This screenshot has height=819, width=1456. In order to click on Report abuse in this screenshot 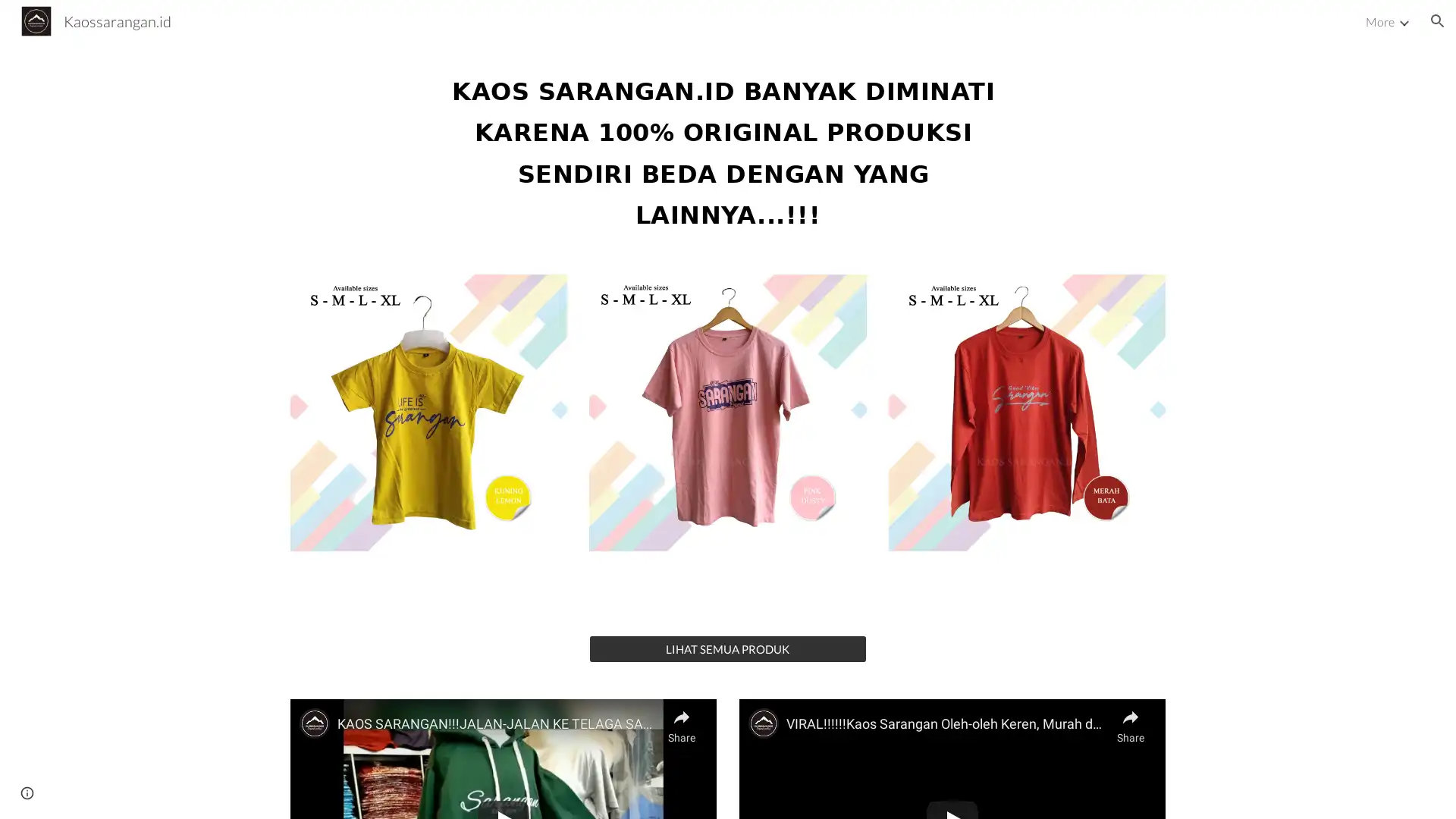, I will do `click(182, 792)`.